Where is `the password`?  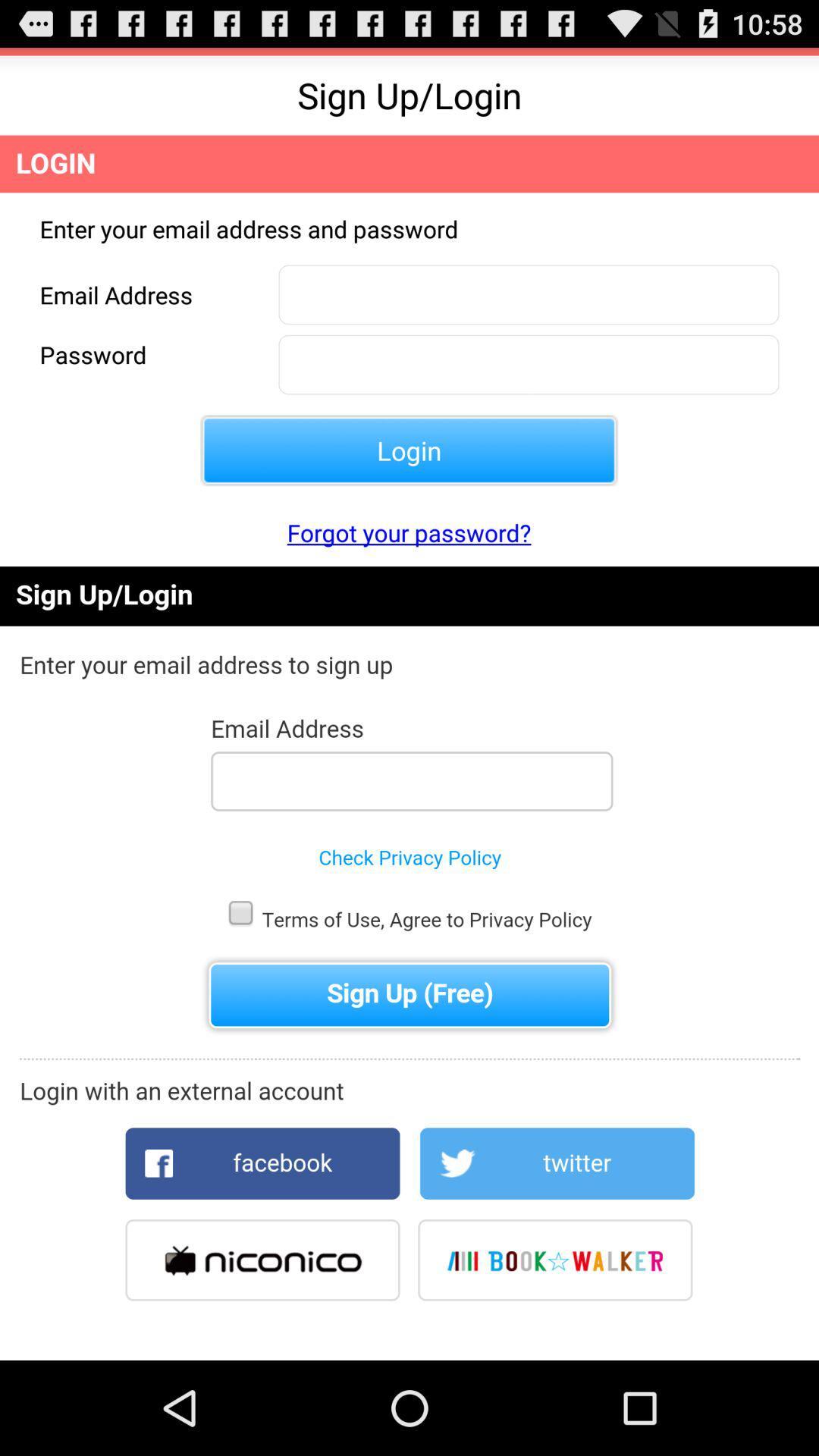
the password is located at coordinates (528, 365).